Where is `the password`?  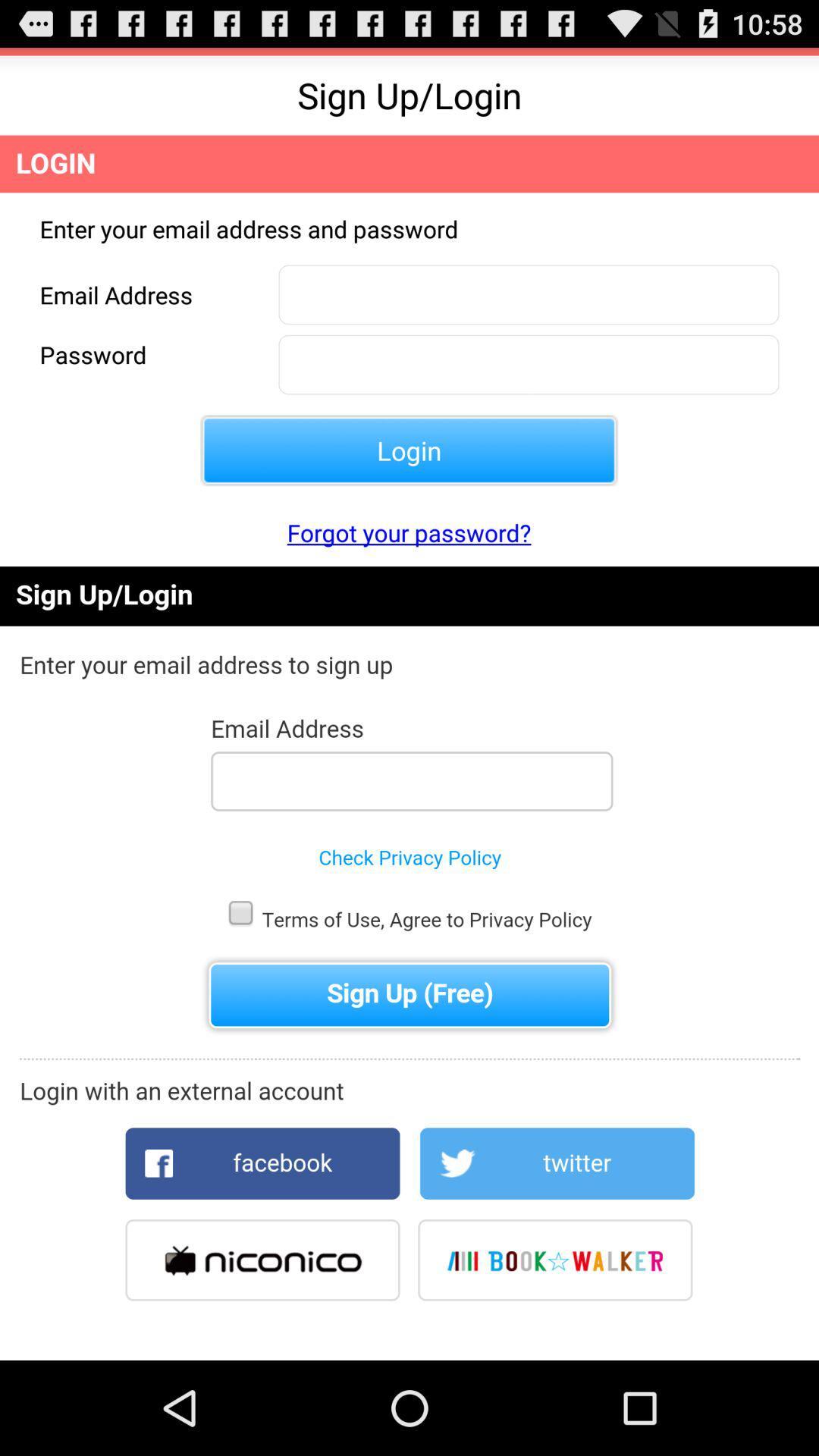
the password is located at coordinates (528, 365).